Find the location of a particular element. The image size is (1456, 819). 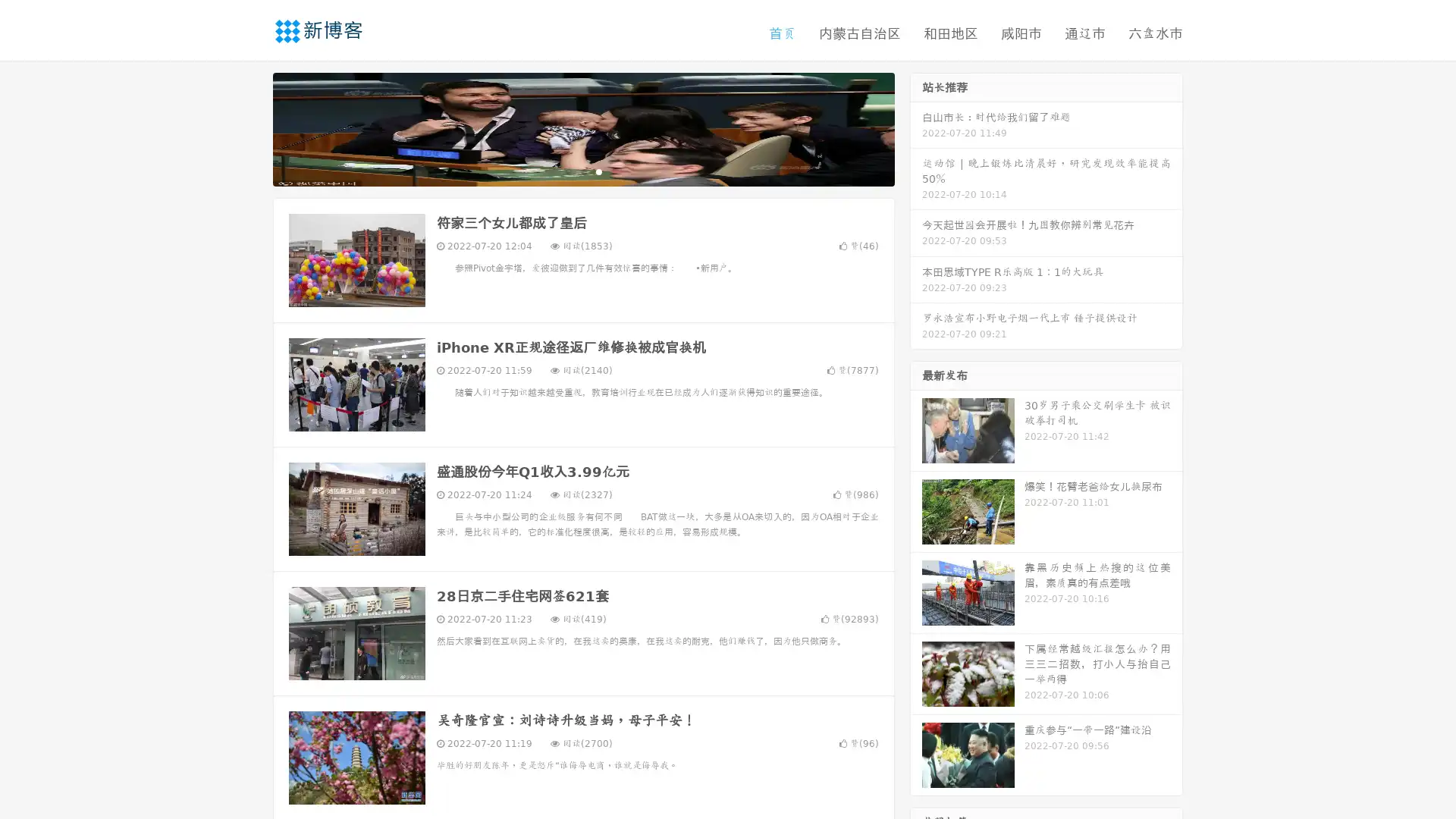

Previous slide is located at coordinates (250, 127).